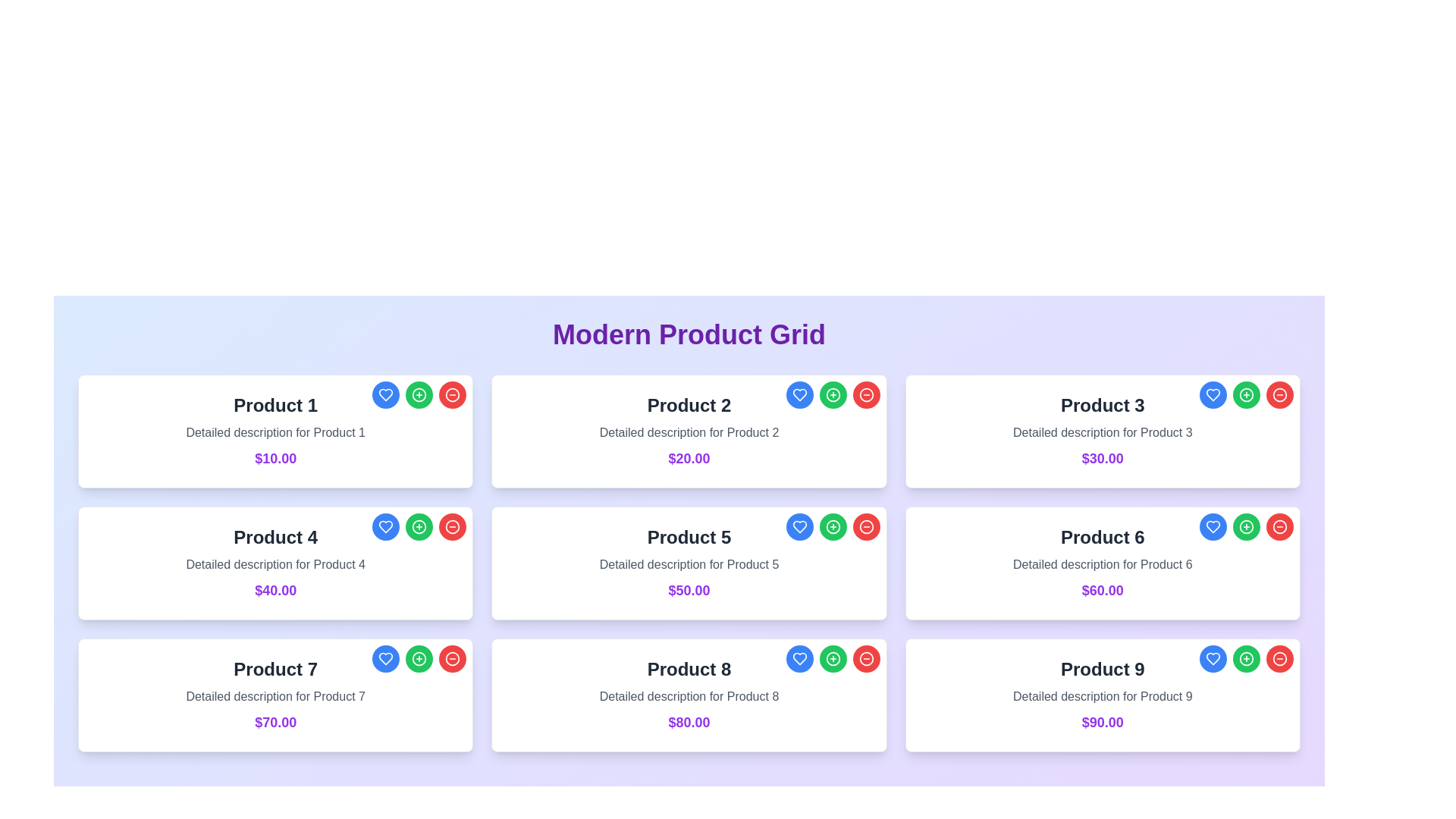 The height and width of the screenshot is (819, 1456). I want to click on the interactive button located next to 'Product 6', which is the second button in the row, so click(1246, 526).